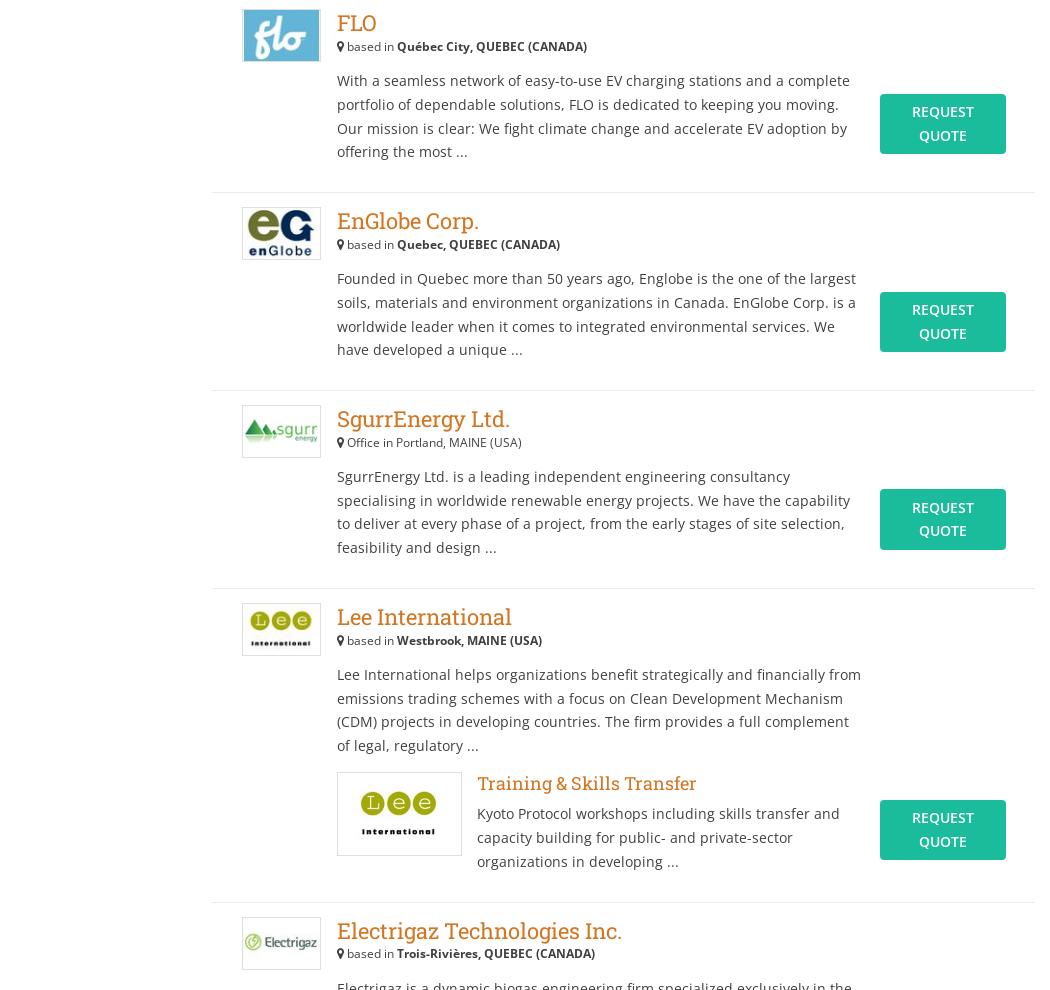  I want to click on 'Privacy', so click(84, 115).